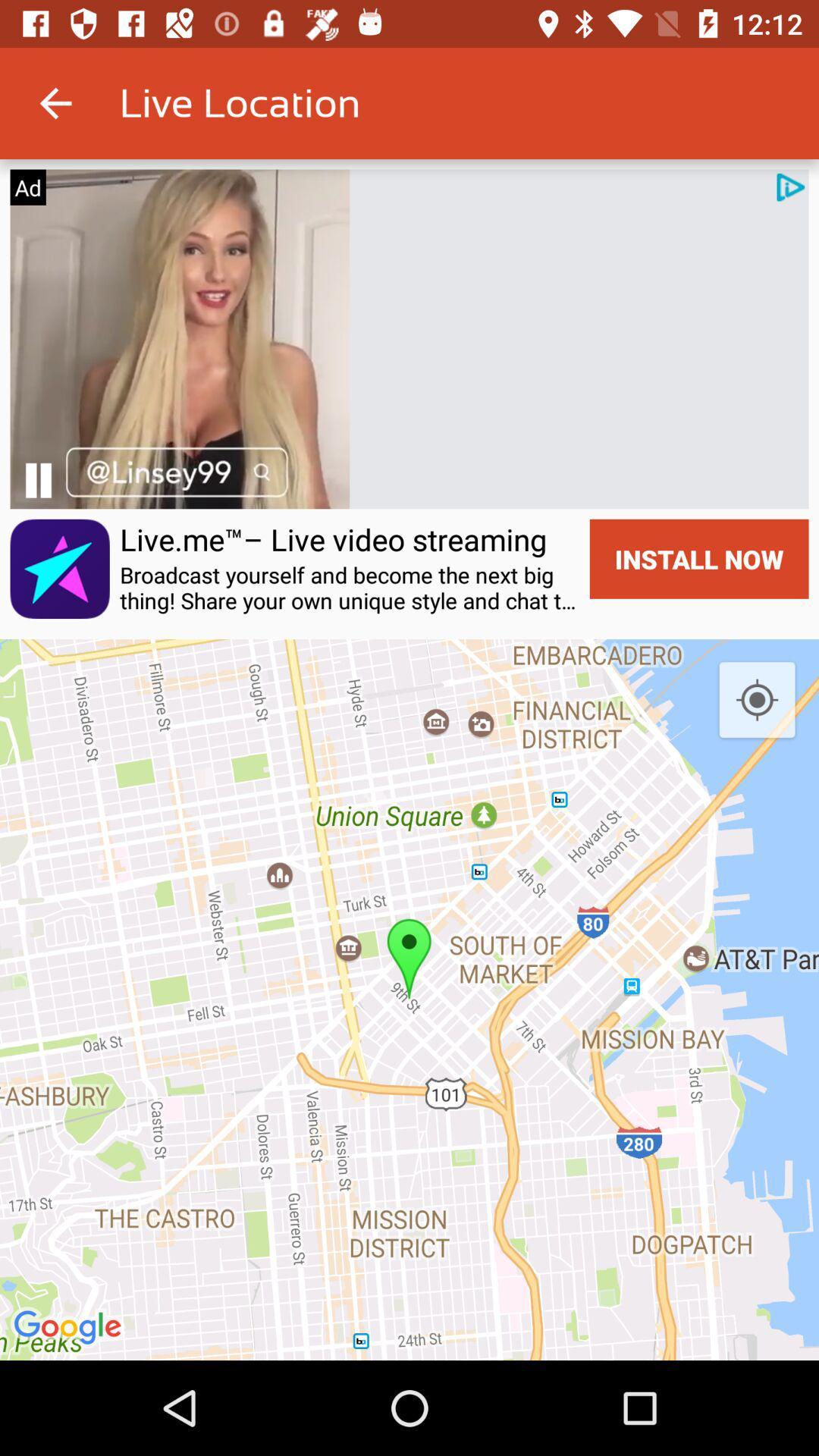 This screenshot has height=1456, width=819. I want to click on icon to the left of the live me live item, so click(37, 479).